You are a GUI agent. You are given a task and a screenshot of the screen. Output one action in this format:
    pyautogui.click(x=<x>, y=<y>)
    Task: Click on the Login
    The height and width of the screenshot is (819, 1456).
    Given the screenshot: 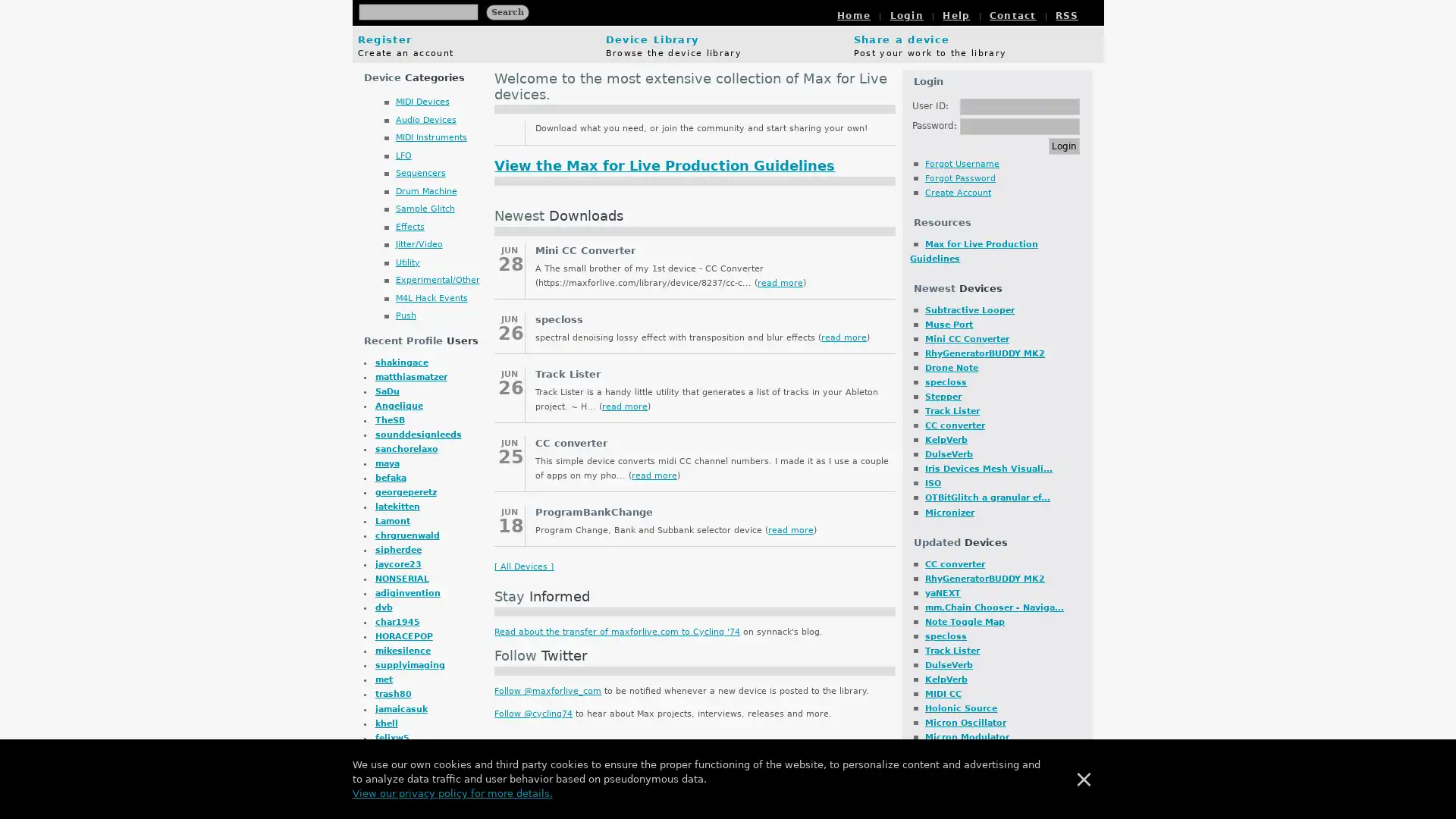 What is the action you would take?
    pyautogui.click(x=1063, y=146)
    